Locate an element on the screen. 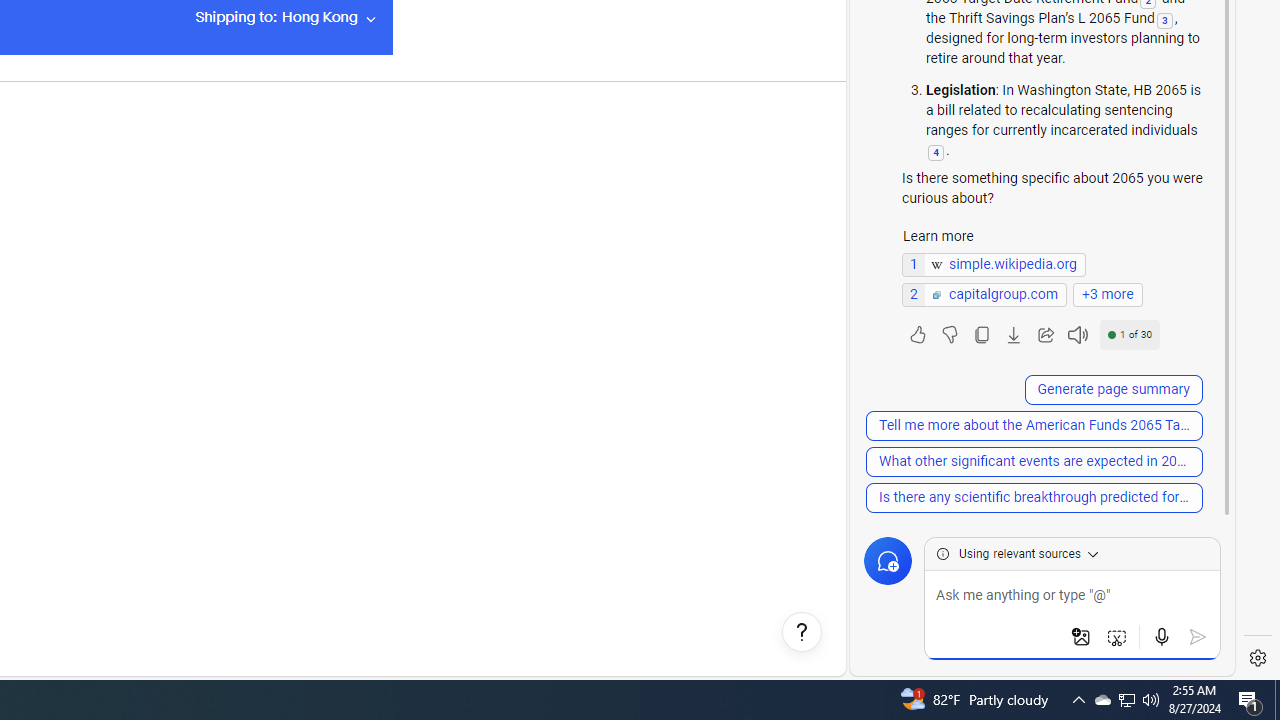 The height and width of the screenshot is (720, 1280). 'Help, opens dialogs' is located at coordinates (801, 632).